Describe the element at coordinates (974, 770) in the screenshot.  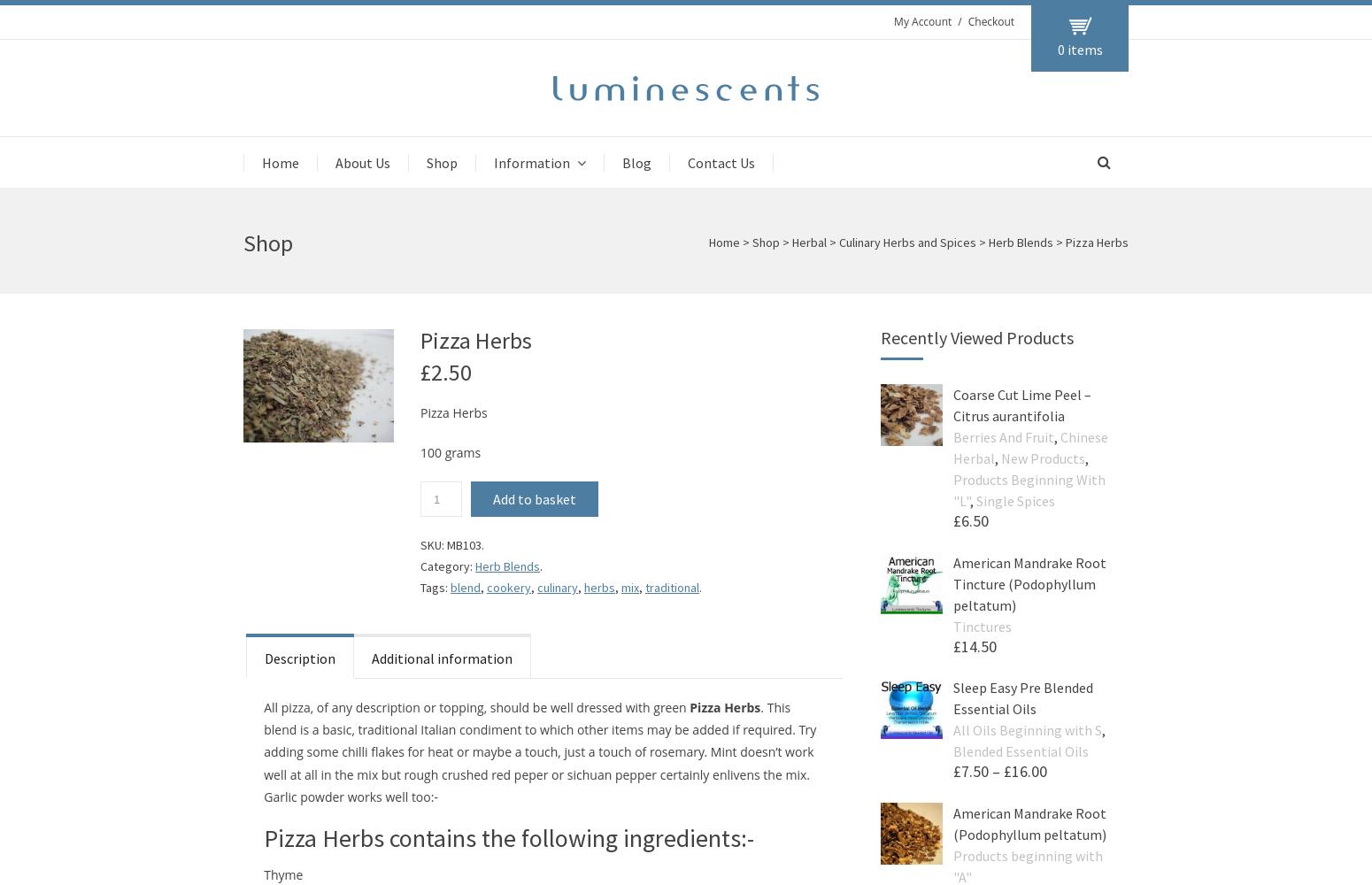
I see `'7.50'` at that location.